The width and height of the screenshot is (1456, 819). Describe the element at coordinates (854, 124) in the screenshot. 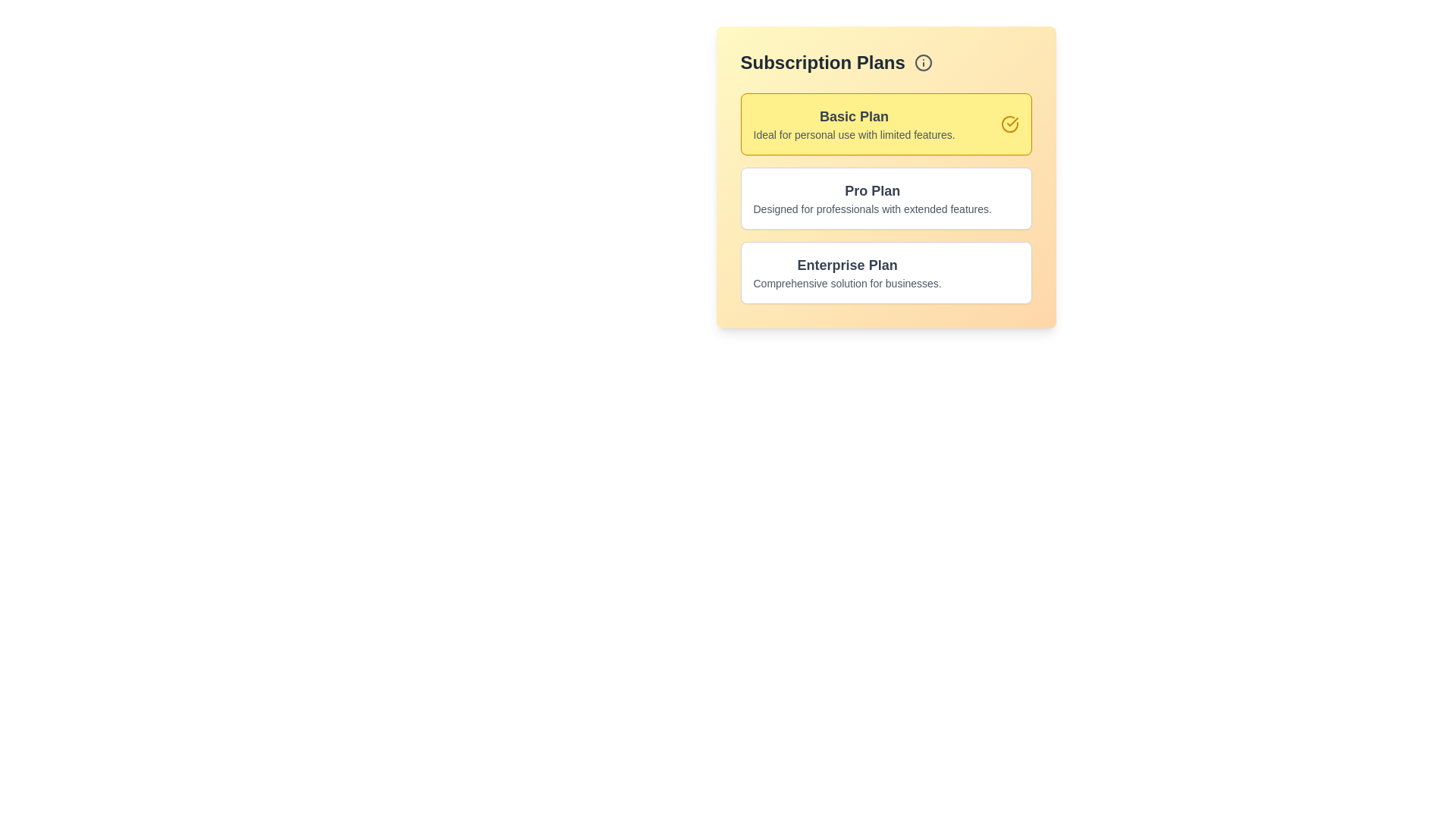

I see `the 'Basic Plan' text element which is the first option in the subscription plan list, displayed in bold with a yellow background` at that location.